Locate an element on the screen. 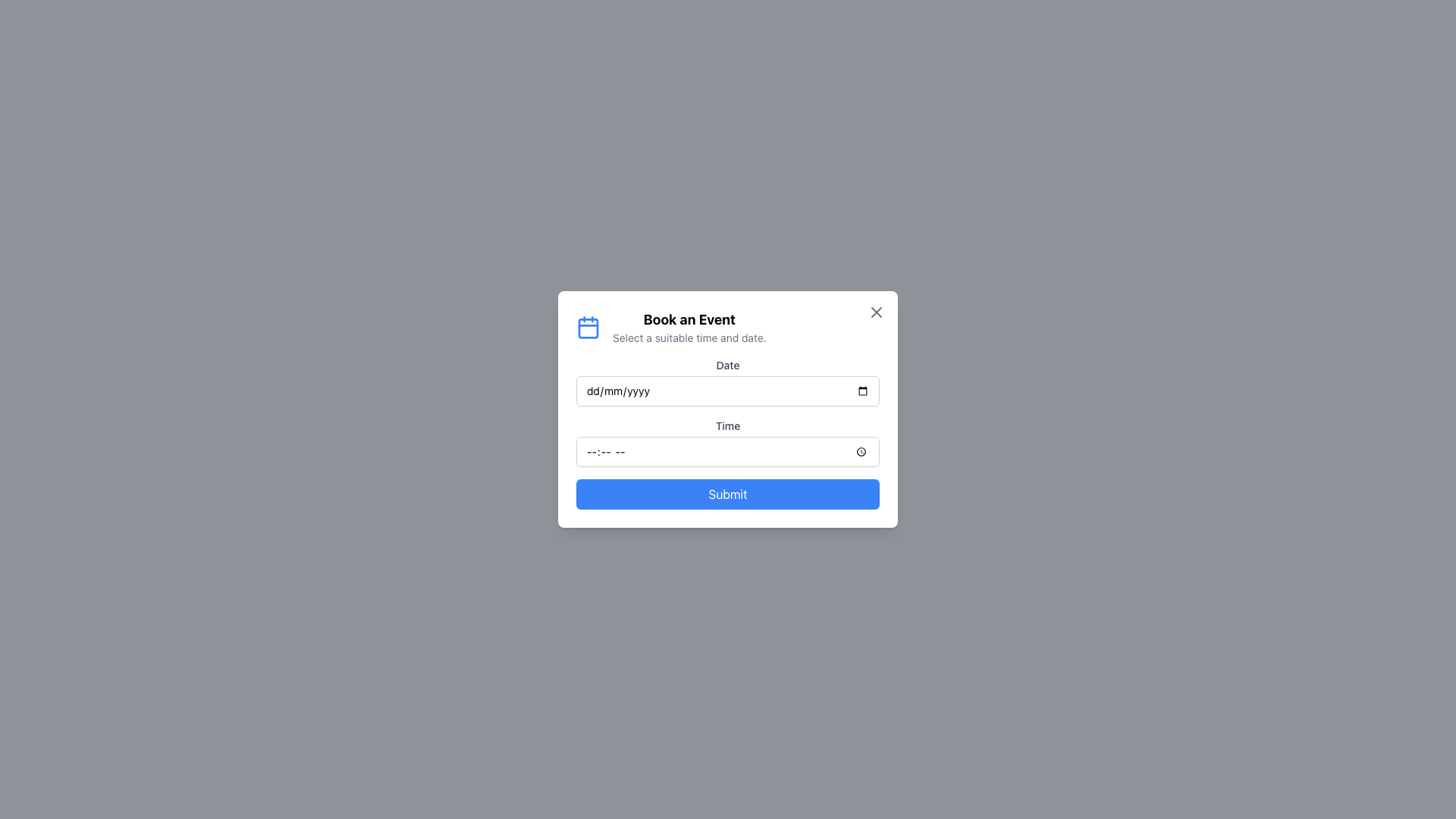  the blue 'Submit' button located at the bottom of the modal dialog interface, which has rounded corners and white text is located at coordinates (728, 494).